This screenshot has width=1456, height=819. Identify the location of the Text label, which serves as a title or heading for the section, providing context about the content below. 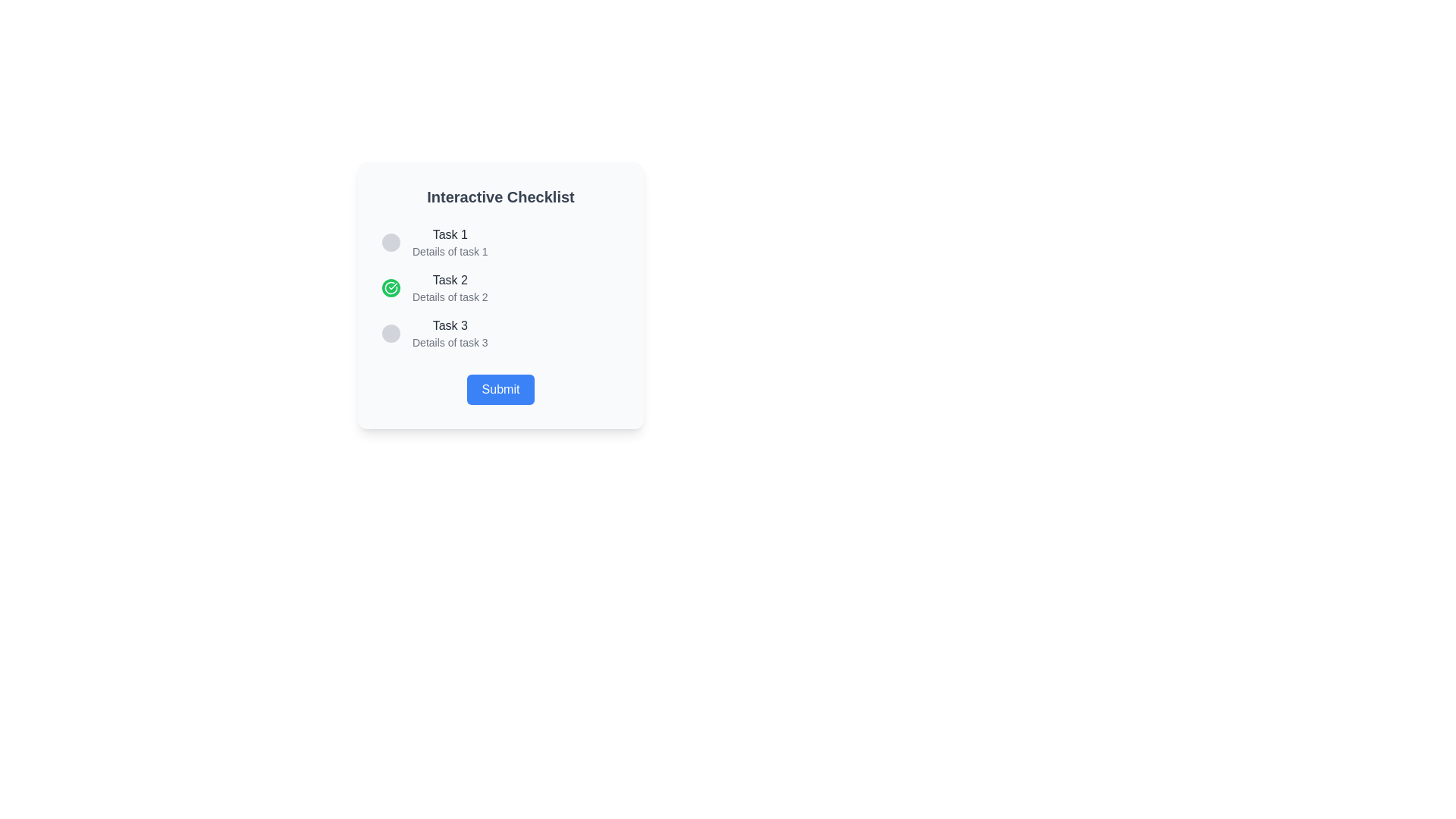
(500, 196).